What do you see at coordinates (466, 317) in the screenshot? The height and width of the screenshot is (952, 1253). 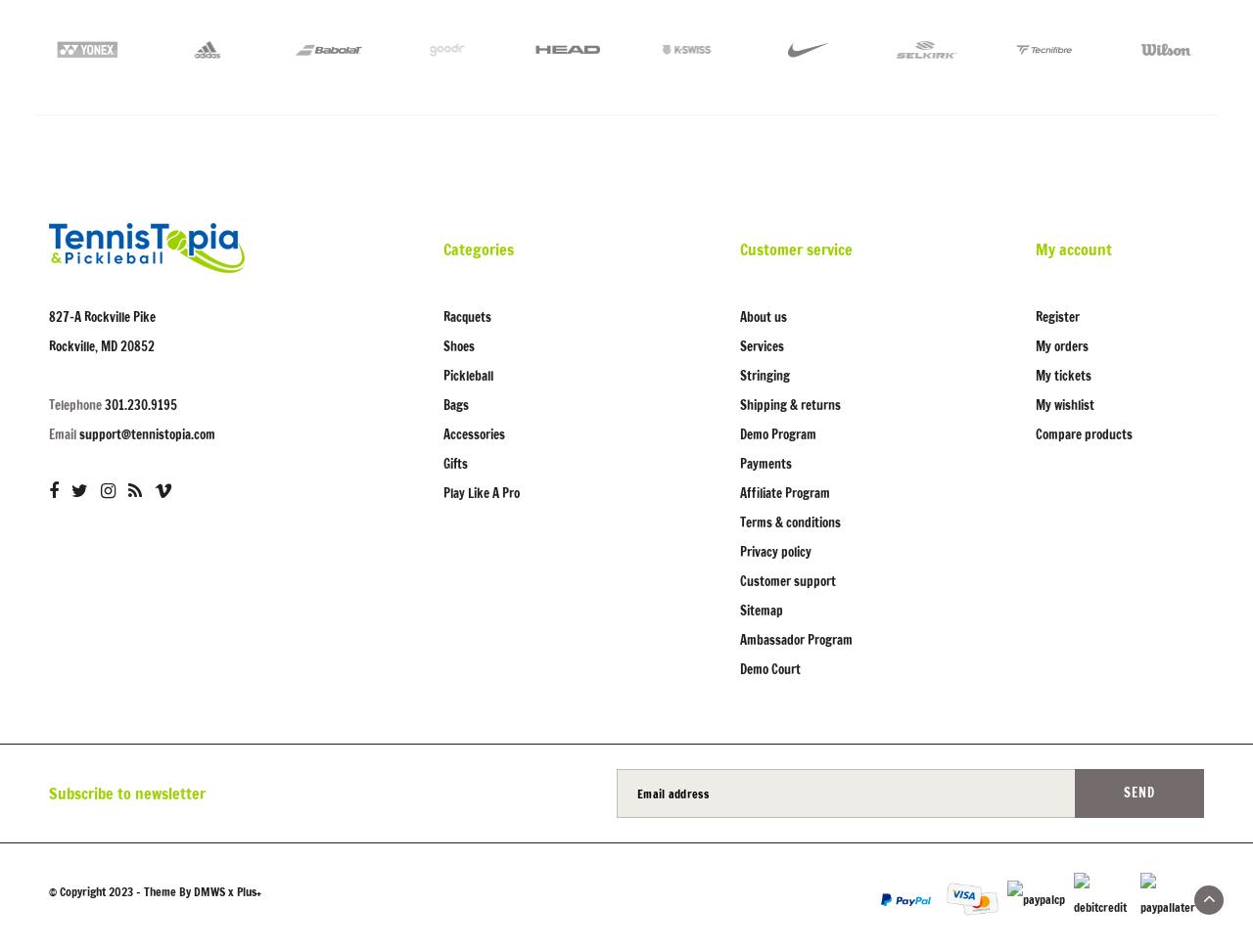 I see `'Racquets'` at bounding box center [466, 317].